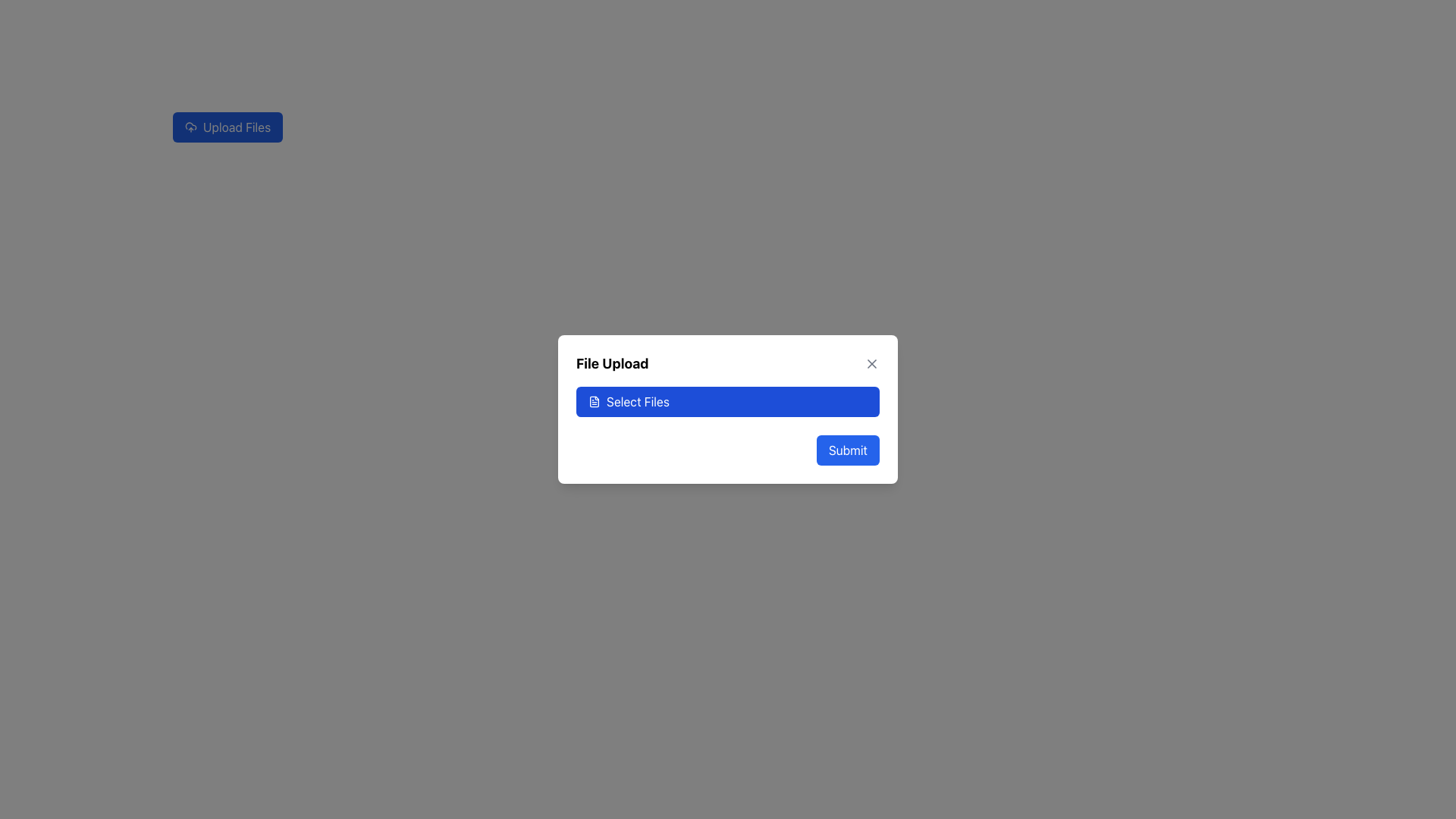 The width and height of the screenshot is (1456, 819). I want to click on the Close or Cancel icon located in the top-right corner of the 'File Upload' modal, so click(872, 363).